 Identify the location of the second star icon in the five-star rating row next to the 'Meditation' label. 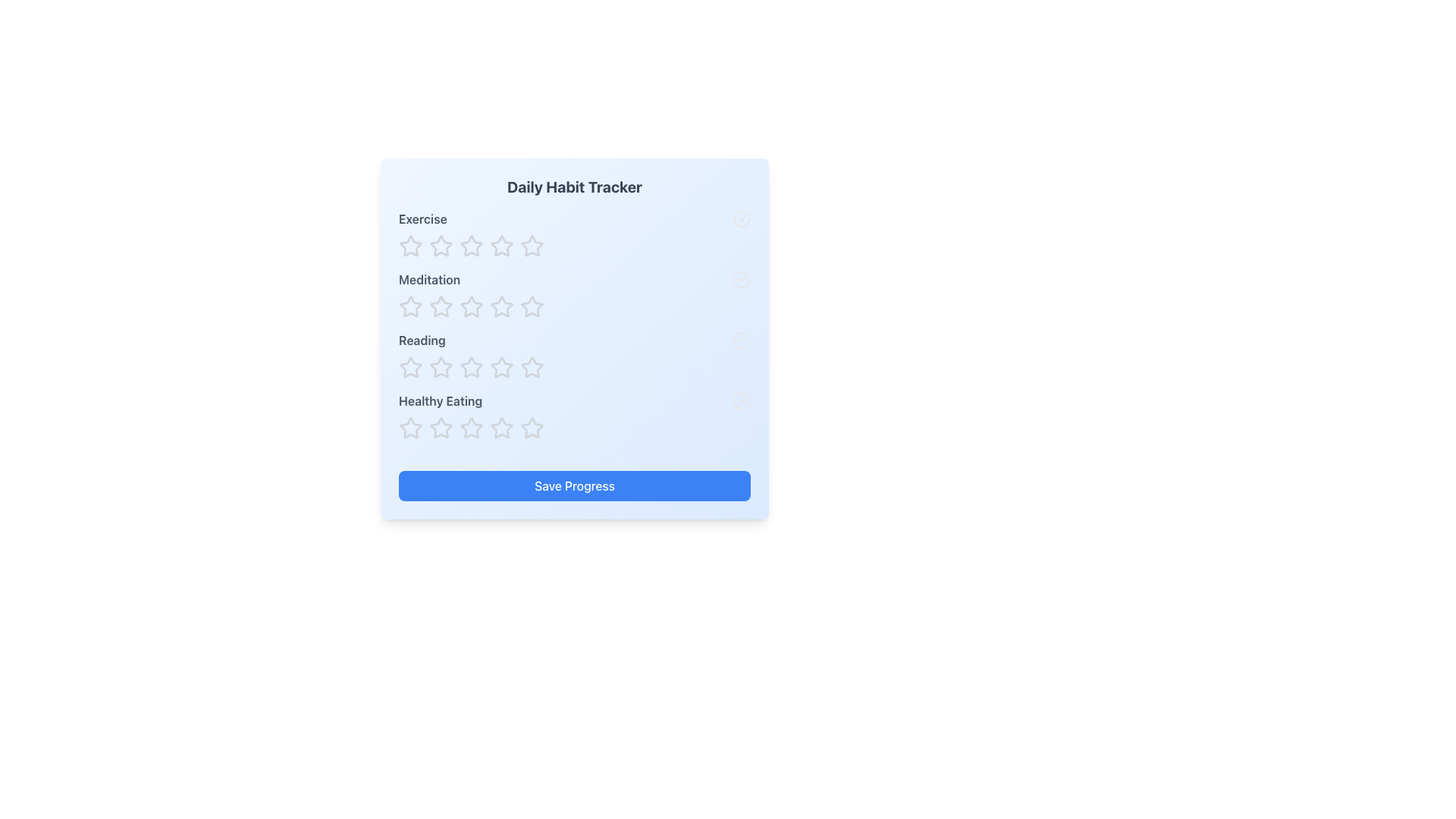
(502, 306).